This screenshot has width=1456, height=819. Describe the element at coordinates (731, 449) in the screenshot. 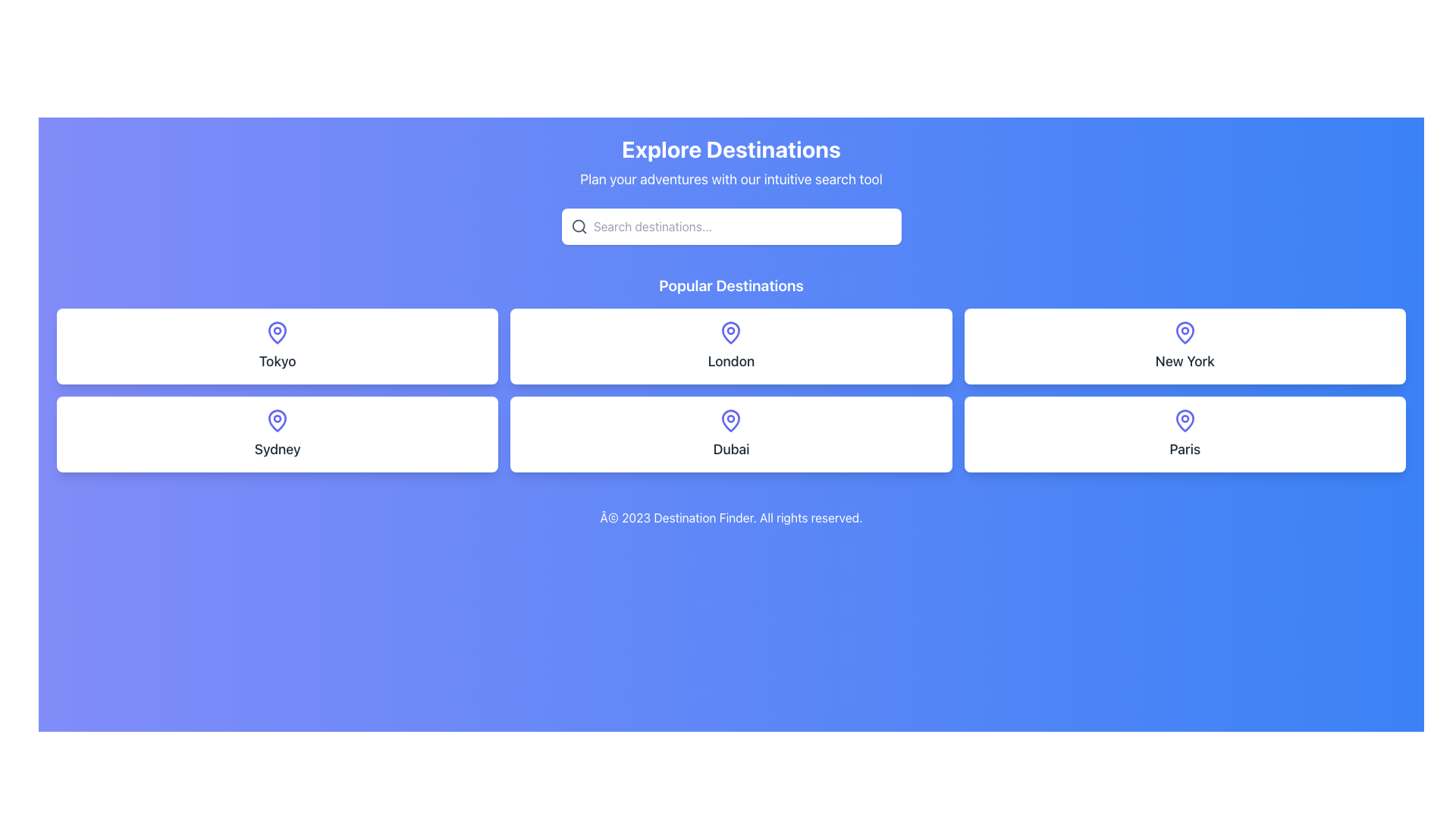

I see `the 'Dubai' text label located in the second row, middle column of the 'Popular Destinations' section, below the map pin icon` at that location.